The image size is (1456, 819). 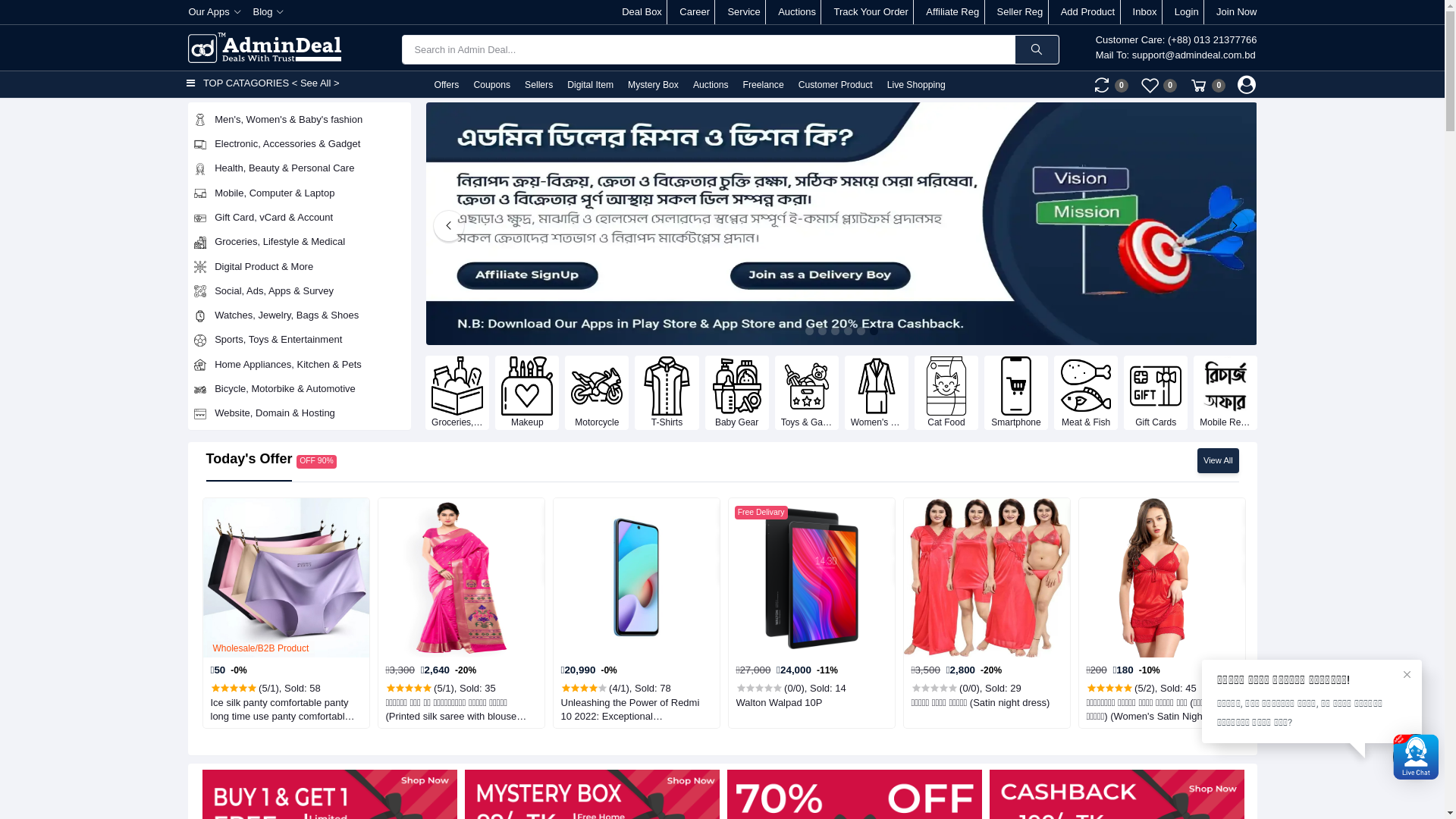 I want to click on 'Affiliate Reg', so click(x=952, y=11).